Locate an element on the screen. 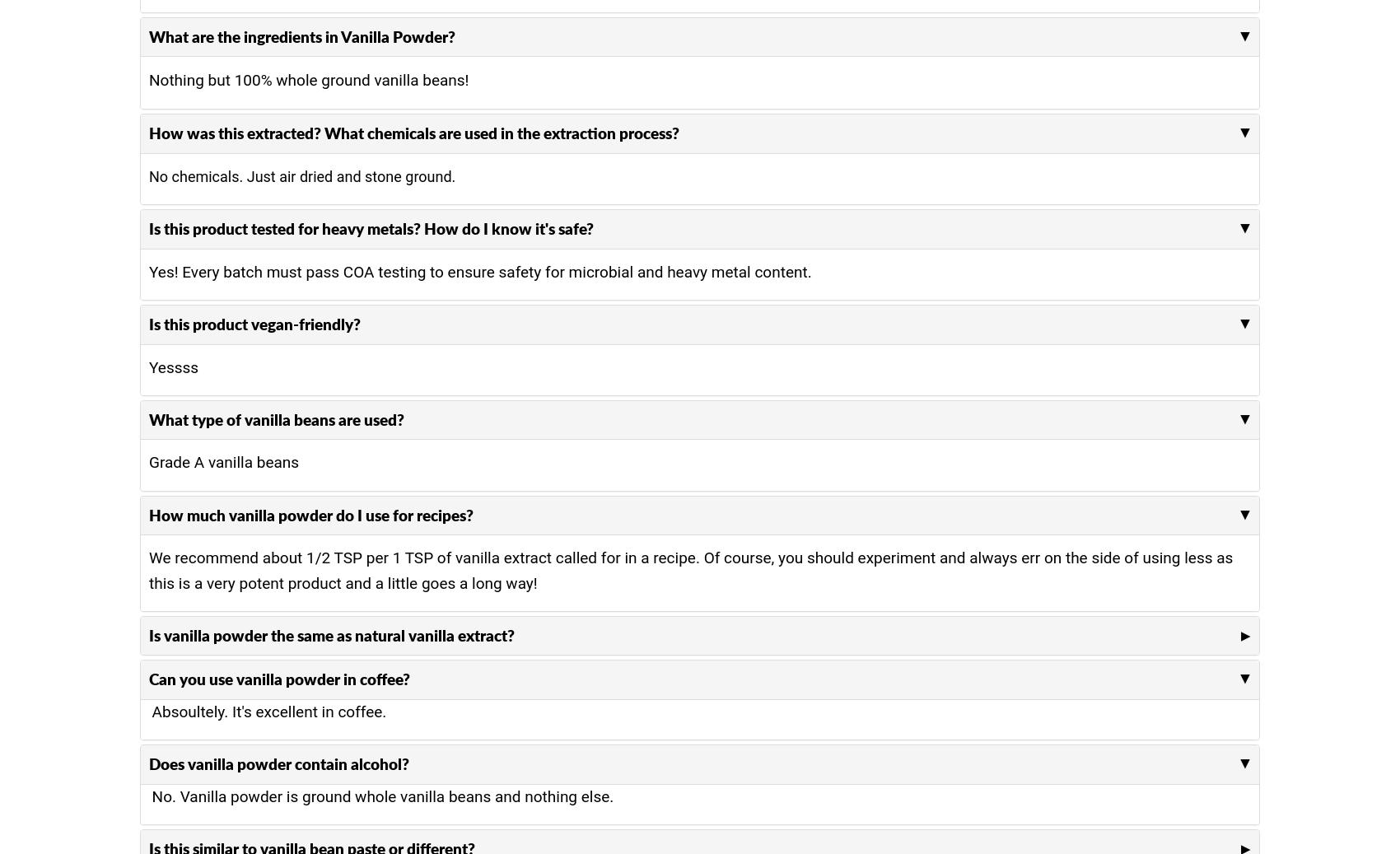  'Is this product tested for heavy metals? How do I know it's safe?' is located at coordinates (371, 227).